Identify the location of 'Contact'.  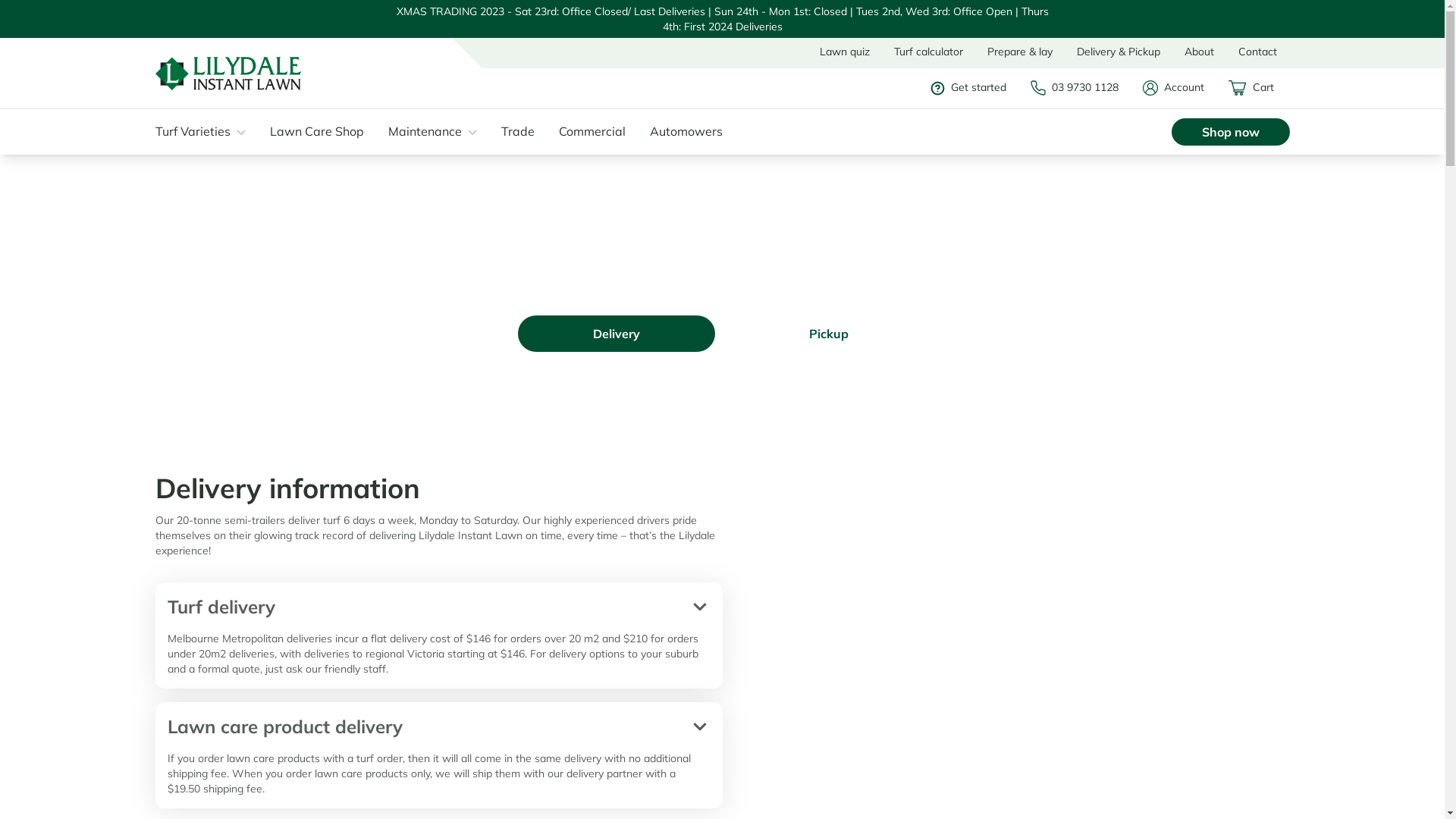
(1226, 51).